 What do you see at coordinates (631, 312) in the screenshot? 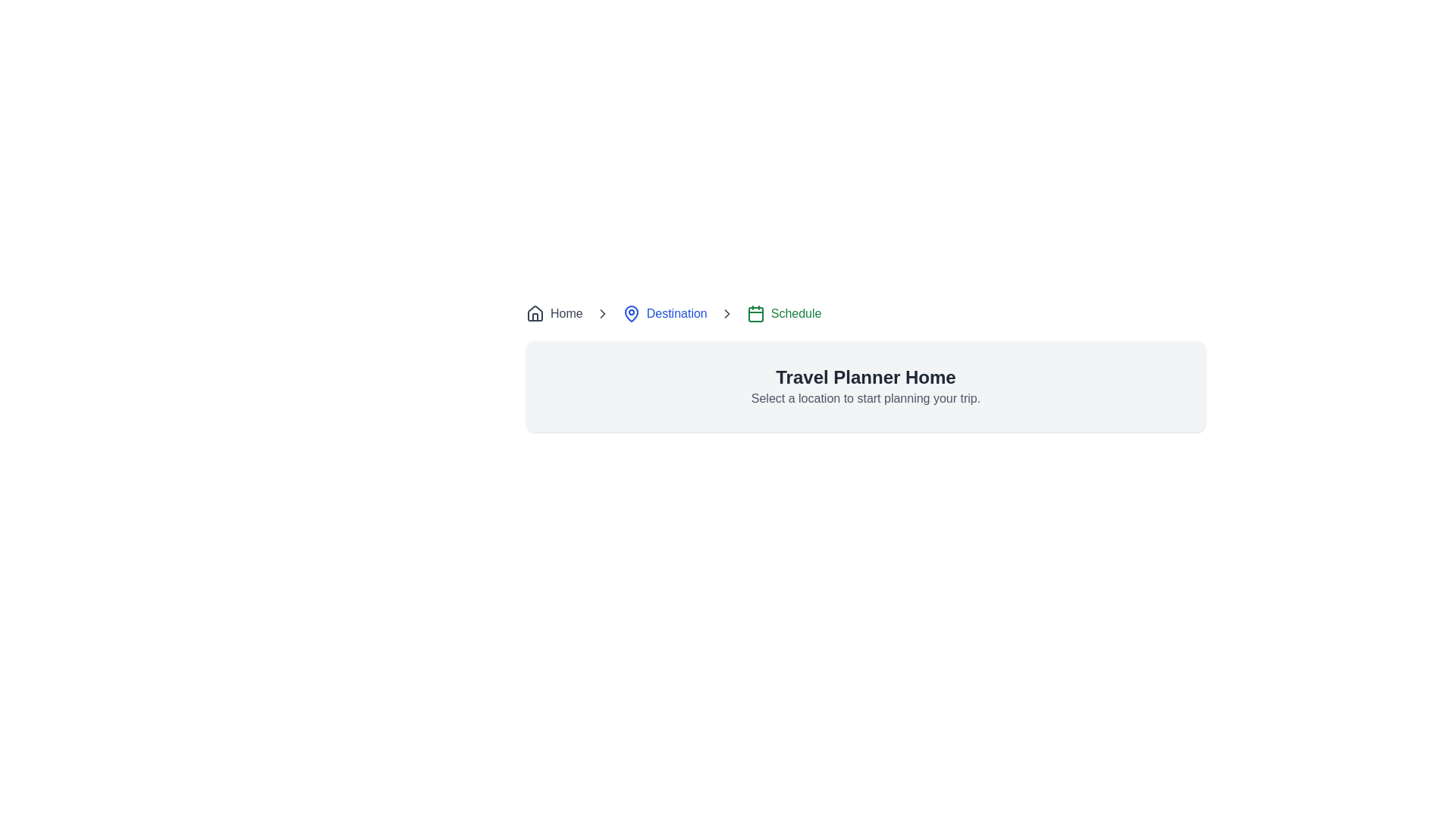
I see `the map marker icon that is positioned to the left of the 'Destination' label in the navigation breadcrumb layout` at bounding box center [631, 312].